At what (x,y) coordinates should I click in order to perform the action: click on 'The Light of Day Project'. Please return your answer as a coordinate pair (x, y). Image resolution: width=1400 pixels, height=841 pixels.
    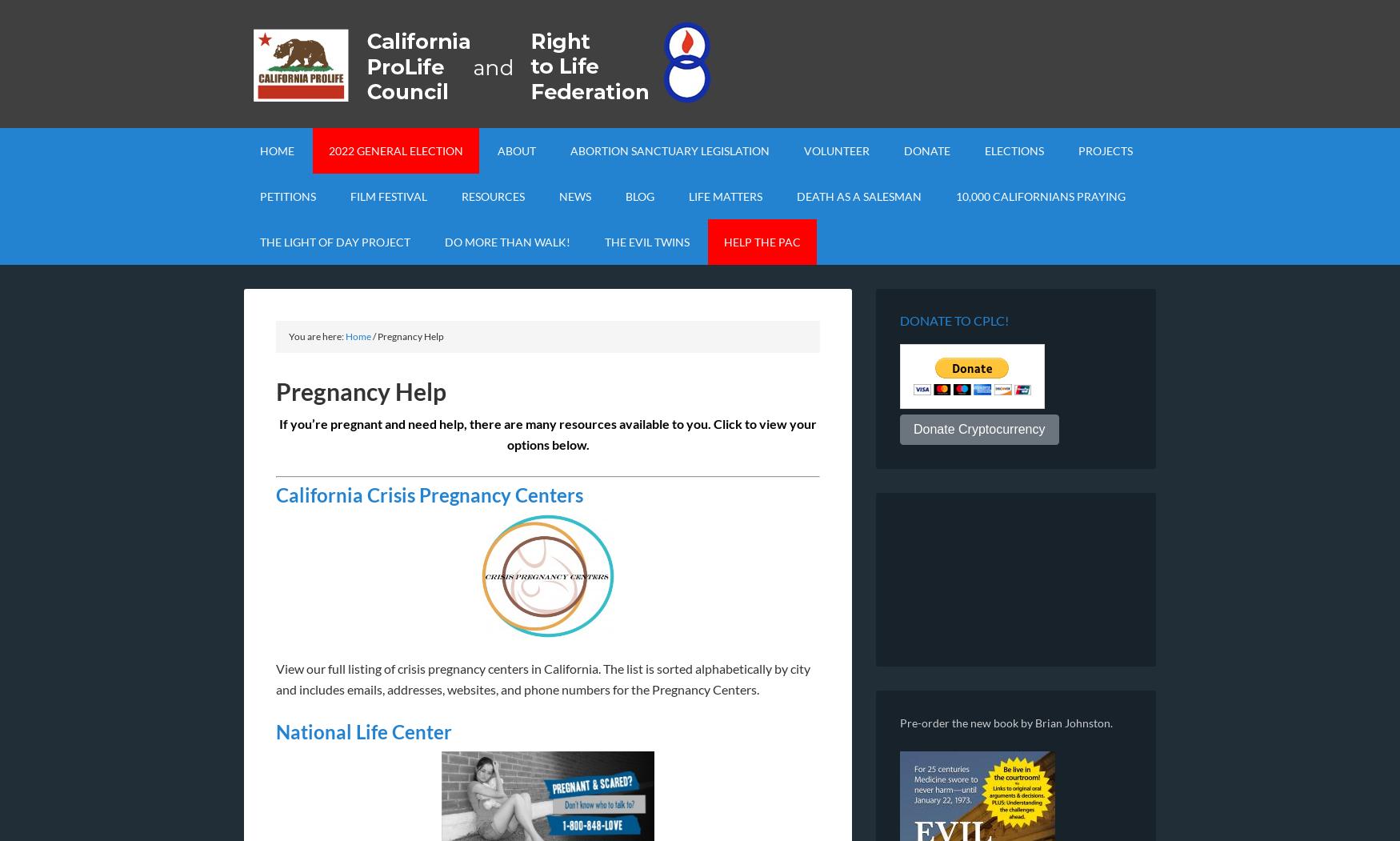
    Looking at the image, I should click on (334, 241).